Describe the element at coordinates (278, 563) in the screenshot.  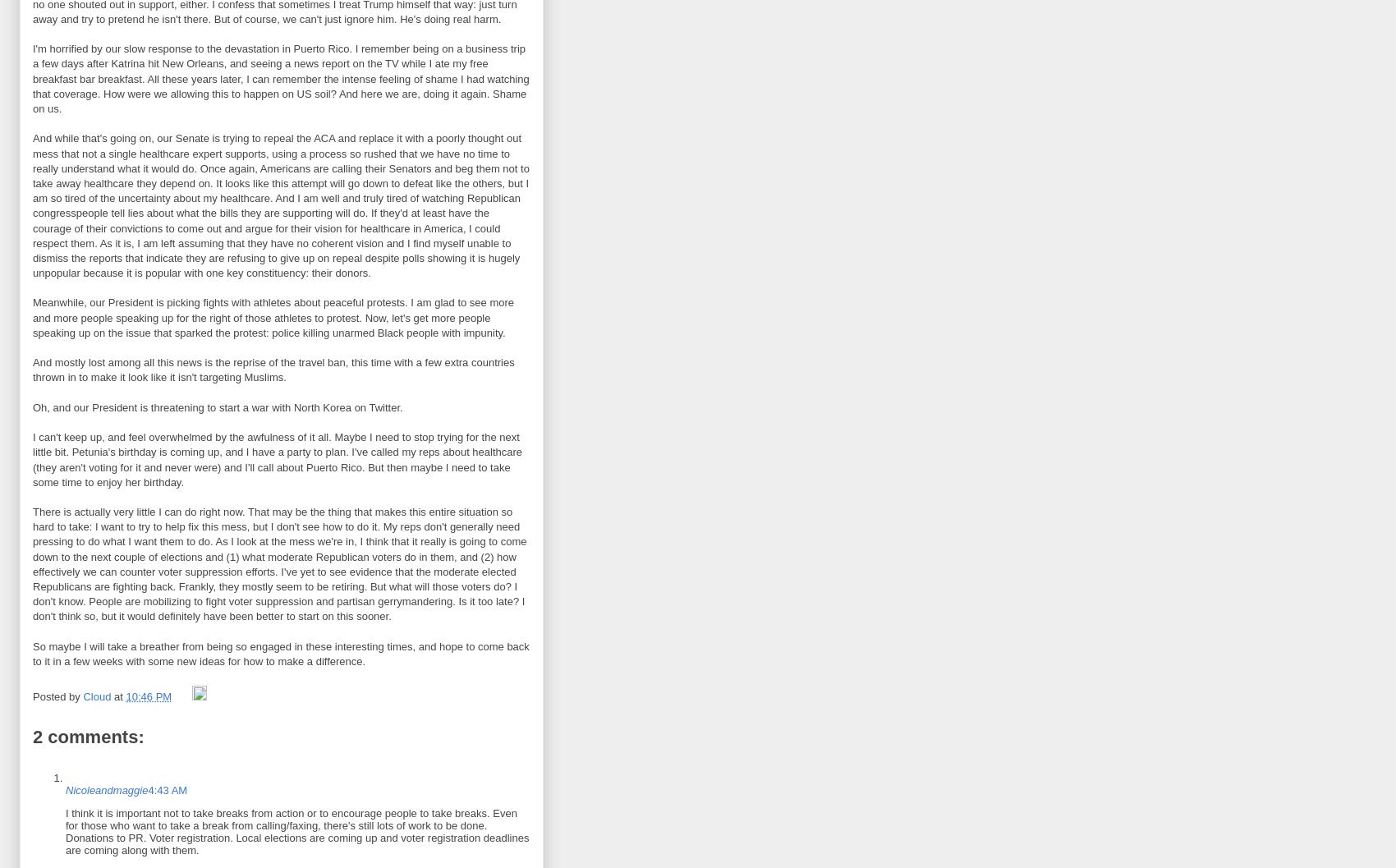
I see `'There is actually very little I can do right now. That may be the thing that makes this entire situation so hard to take: I want to try to help fix this mess, but I don't see how to do it. My reps don't generally need pressing to do what I want them to do. As I look at the mess we're in, I think that it really is going to come down to the next couple of elections and (1) what moderate Republican voters do in them, and (2) how effectively we can counter voter suppression efforts. I've yet to see evidence that the moderate elected Republicans are fighting back. Frankly, they mostly seem to be retiring. But what will those voters do? I don't know. People are mobilizing to fight voter suppression and partisan gerrymandering. Is it too late? I don't think so, but it would definitely have been better to start on this sooner.'` at that location.